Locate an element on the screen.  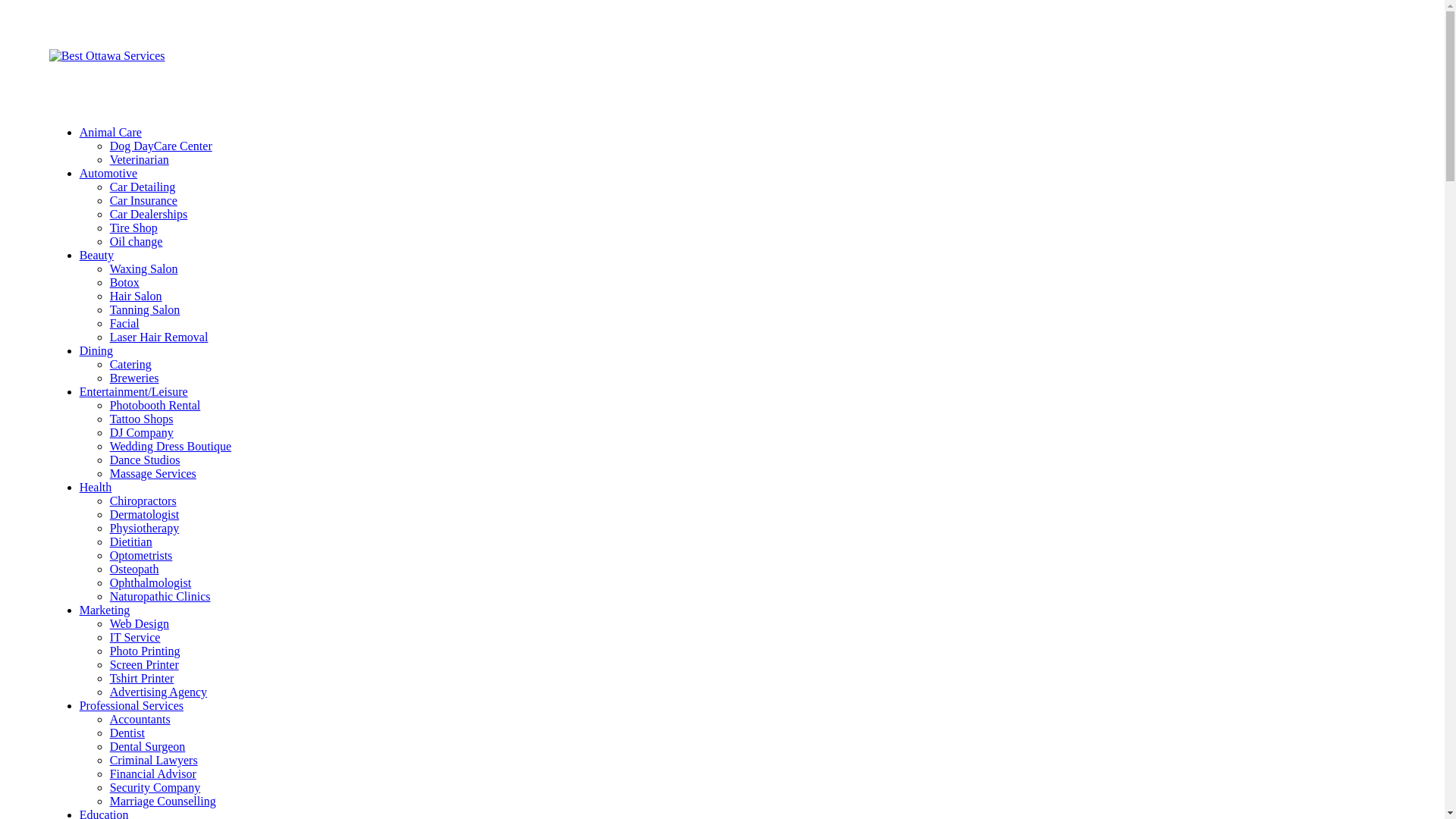
'Ophthalmologist' is located at coordinates (150, 582).